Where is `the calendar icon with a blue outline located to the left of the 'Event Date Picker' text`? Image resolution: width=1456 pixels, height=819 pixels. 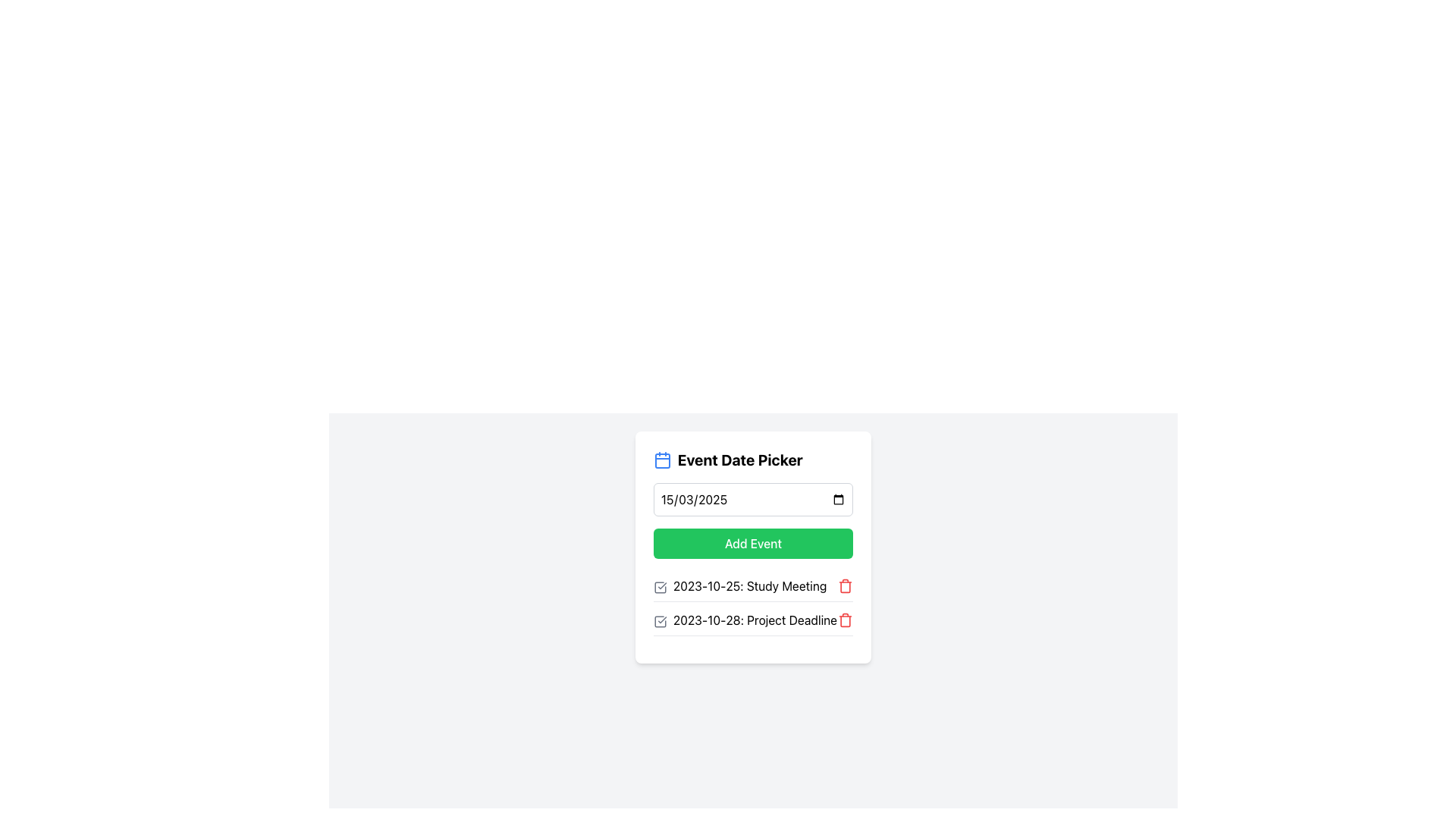 the calendar icon with a blue outline located to the left of the 'Event Date Picker' text is located at coordinates (662, 459).